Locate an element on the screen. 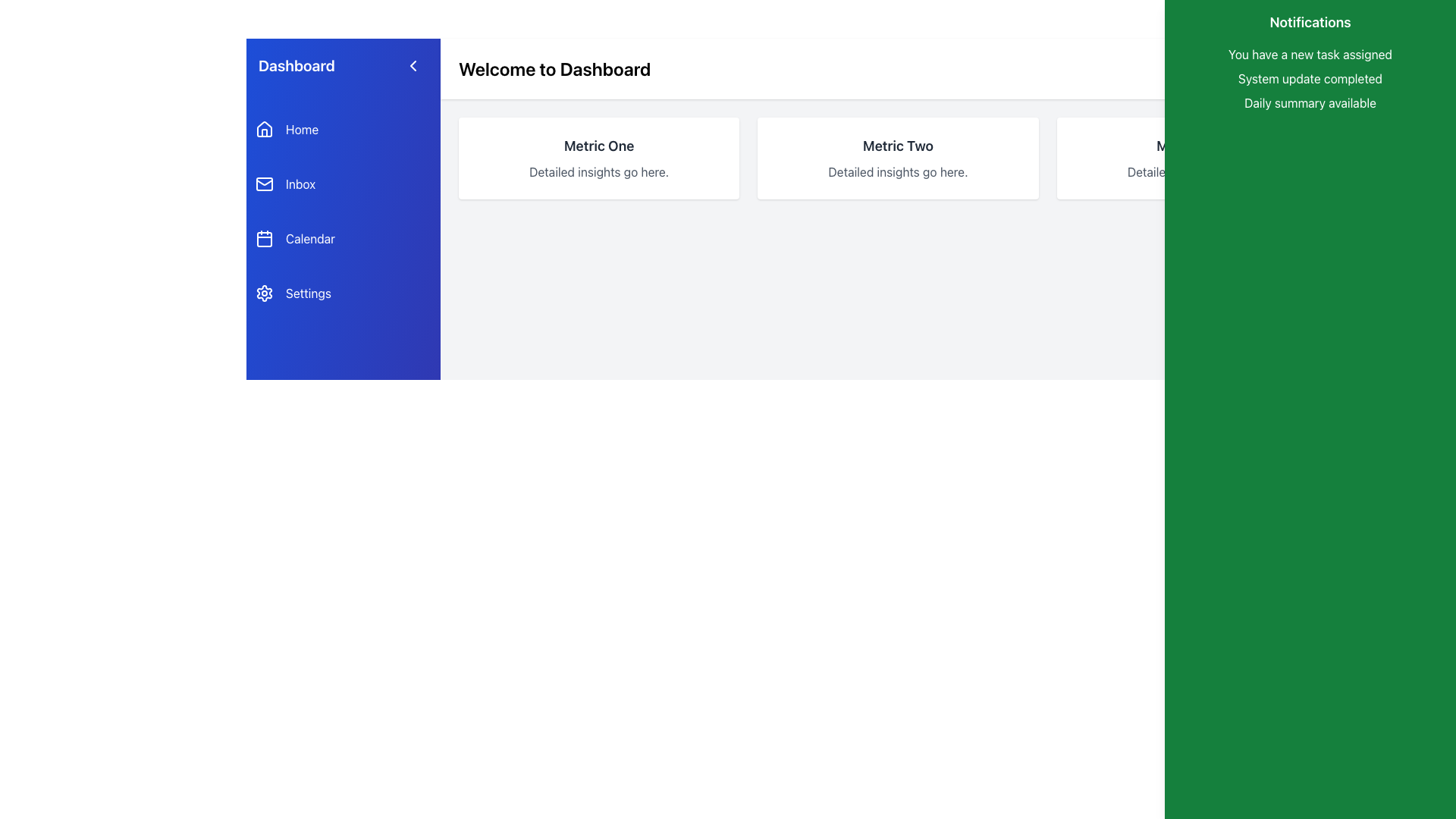  the first menu item in the vertical sidebar menu is located at coordinates (342, 128).